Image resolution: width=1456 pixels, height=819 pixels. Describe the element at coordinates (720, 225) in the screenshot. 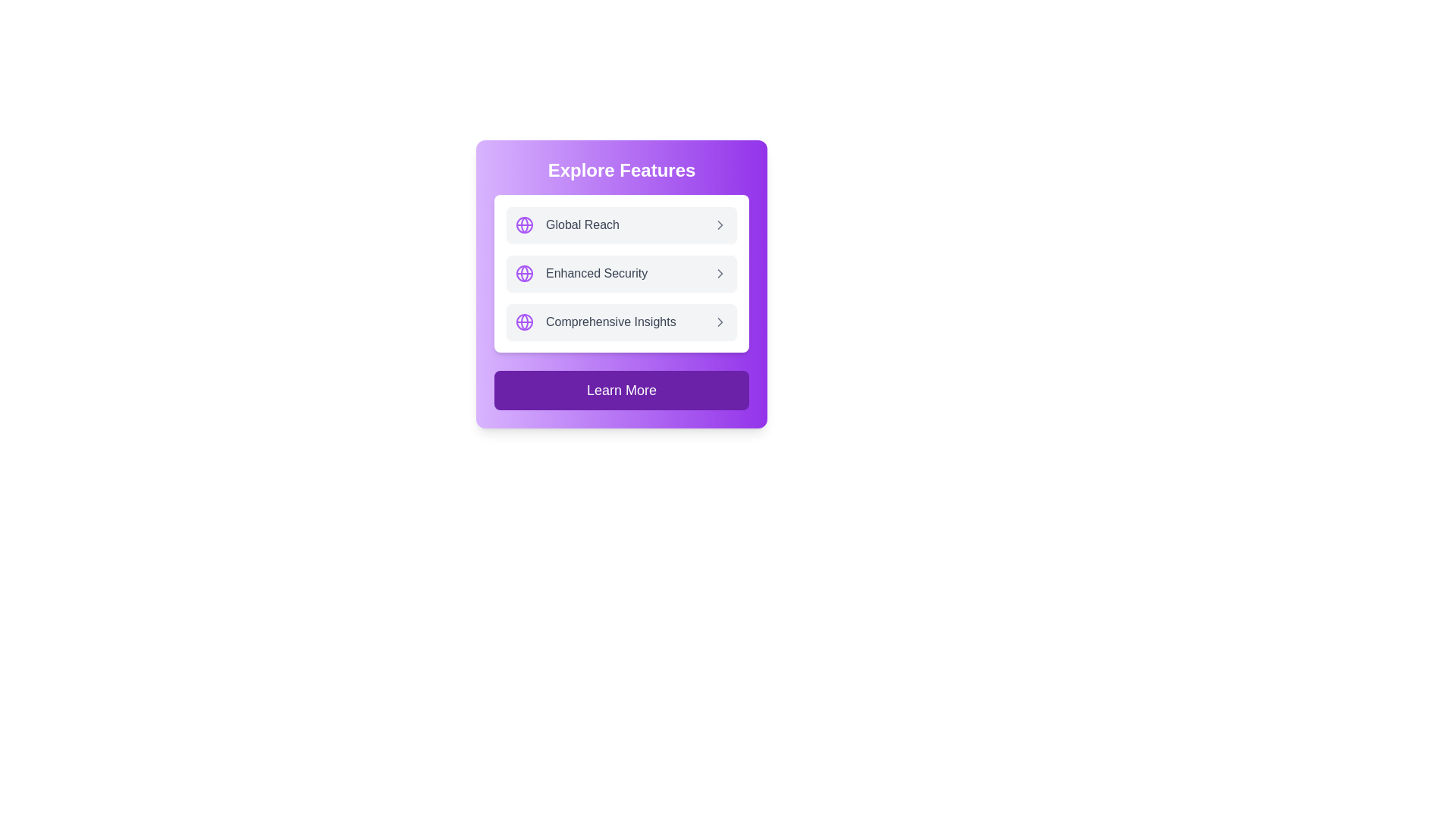

I see `the right-facing chevron icon located` at that location.